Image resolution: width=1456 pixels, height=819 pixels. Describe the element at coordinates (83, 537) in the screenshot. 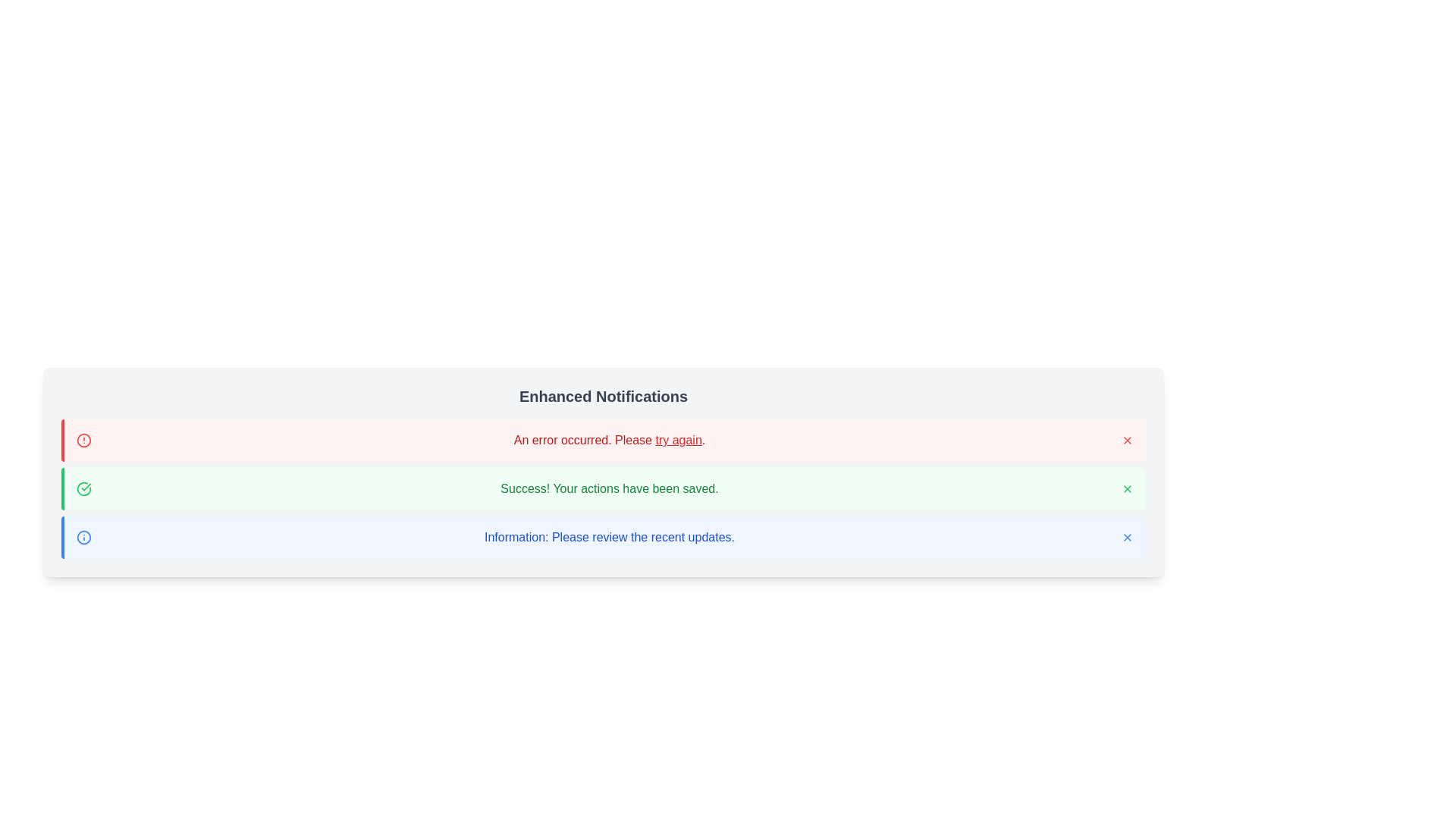

I see `the circular decorative icon located within the third notification entry, which has a blue background and represents an informational message` at that location.